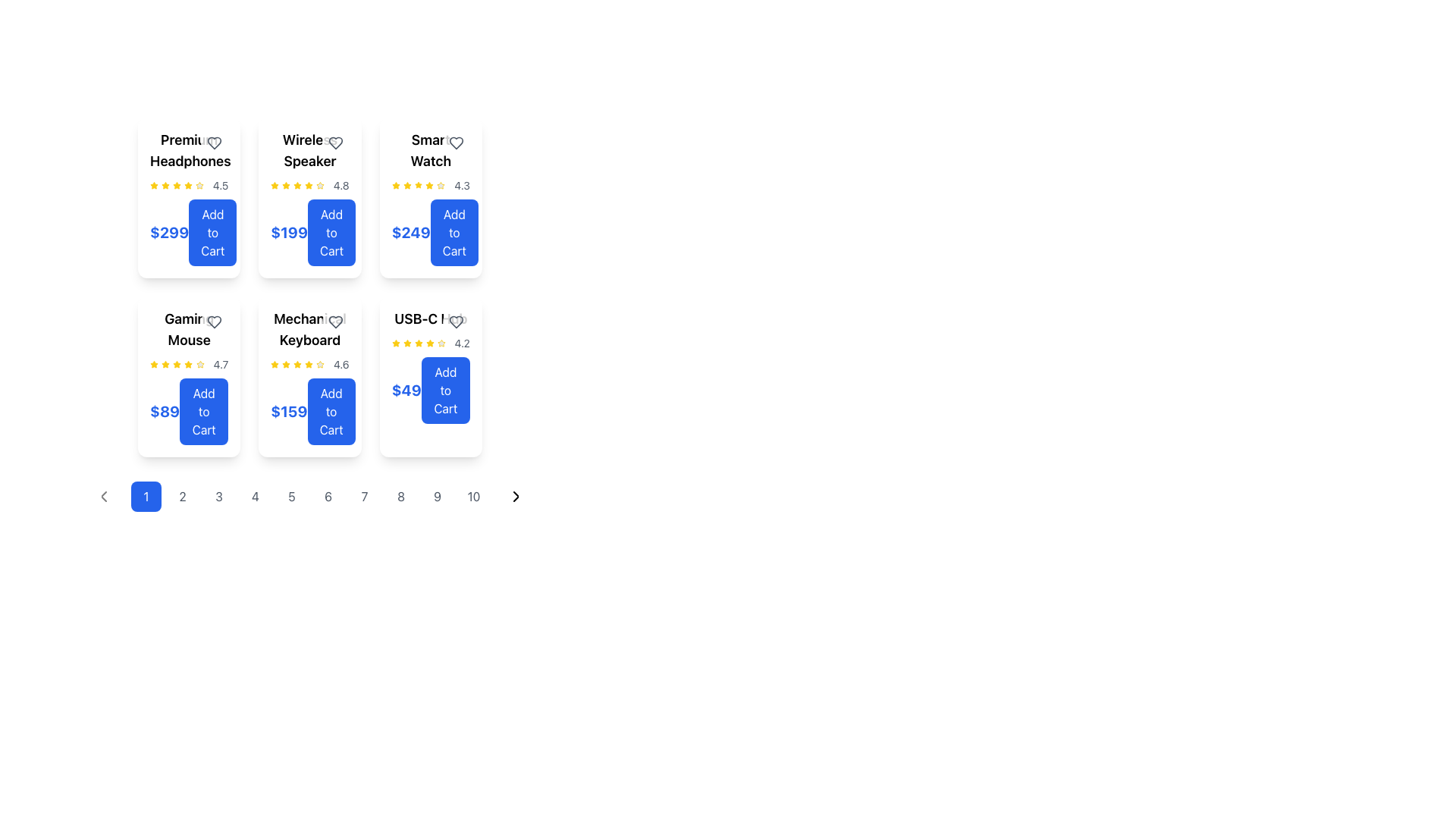  What do you see at coordinates (214, 321) in the screenshot?
I see `the favorite button located at the top-right corner of the 'Gaming Mouse' product card to mark it as a favorite` at bounding box center [214, 321].